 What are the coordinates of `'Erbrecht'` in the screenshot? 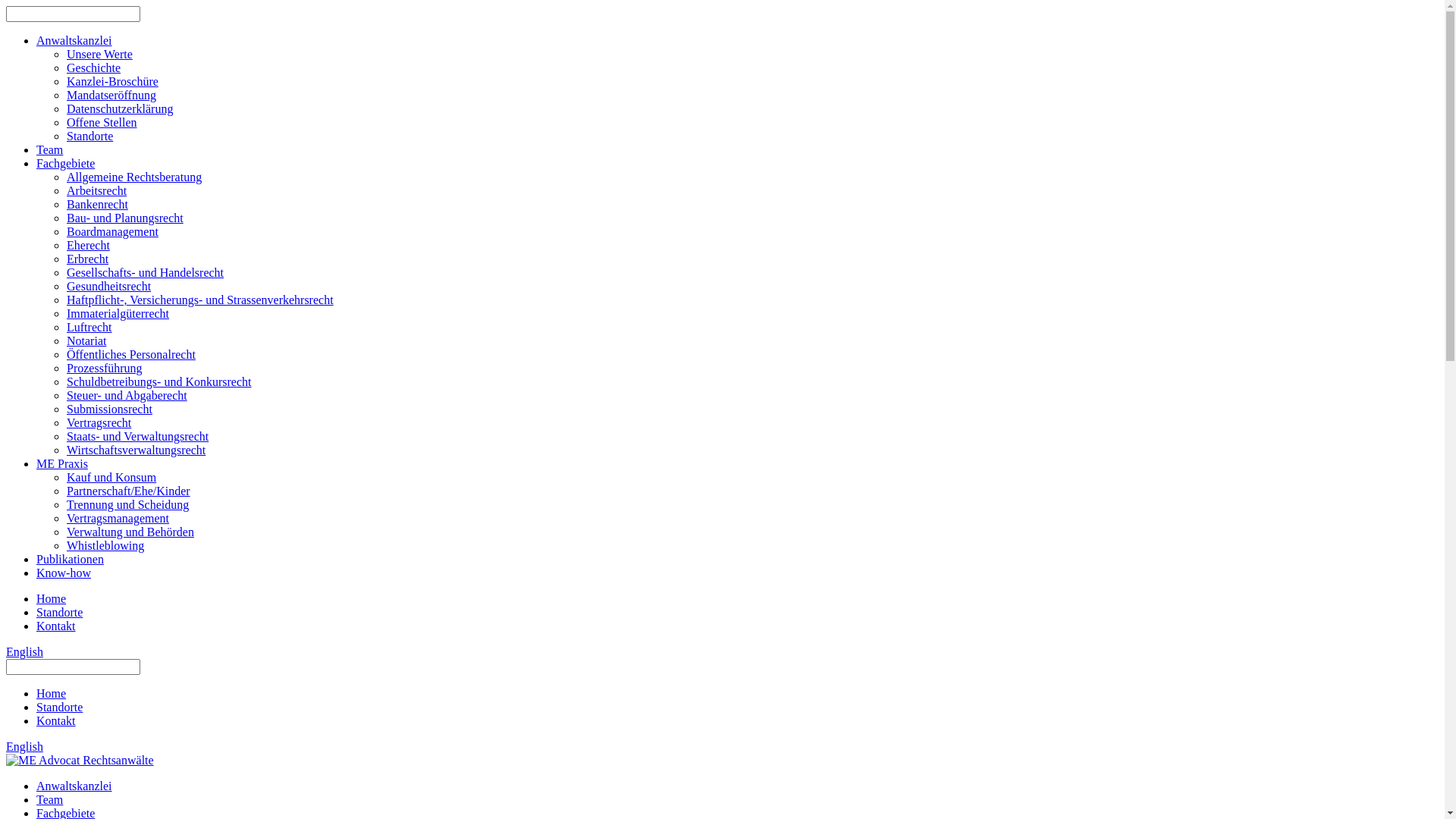 It's located at (86, 258).